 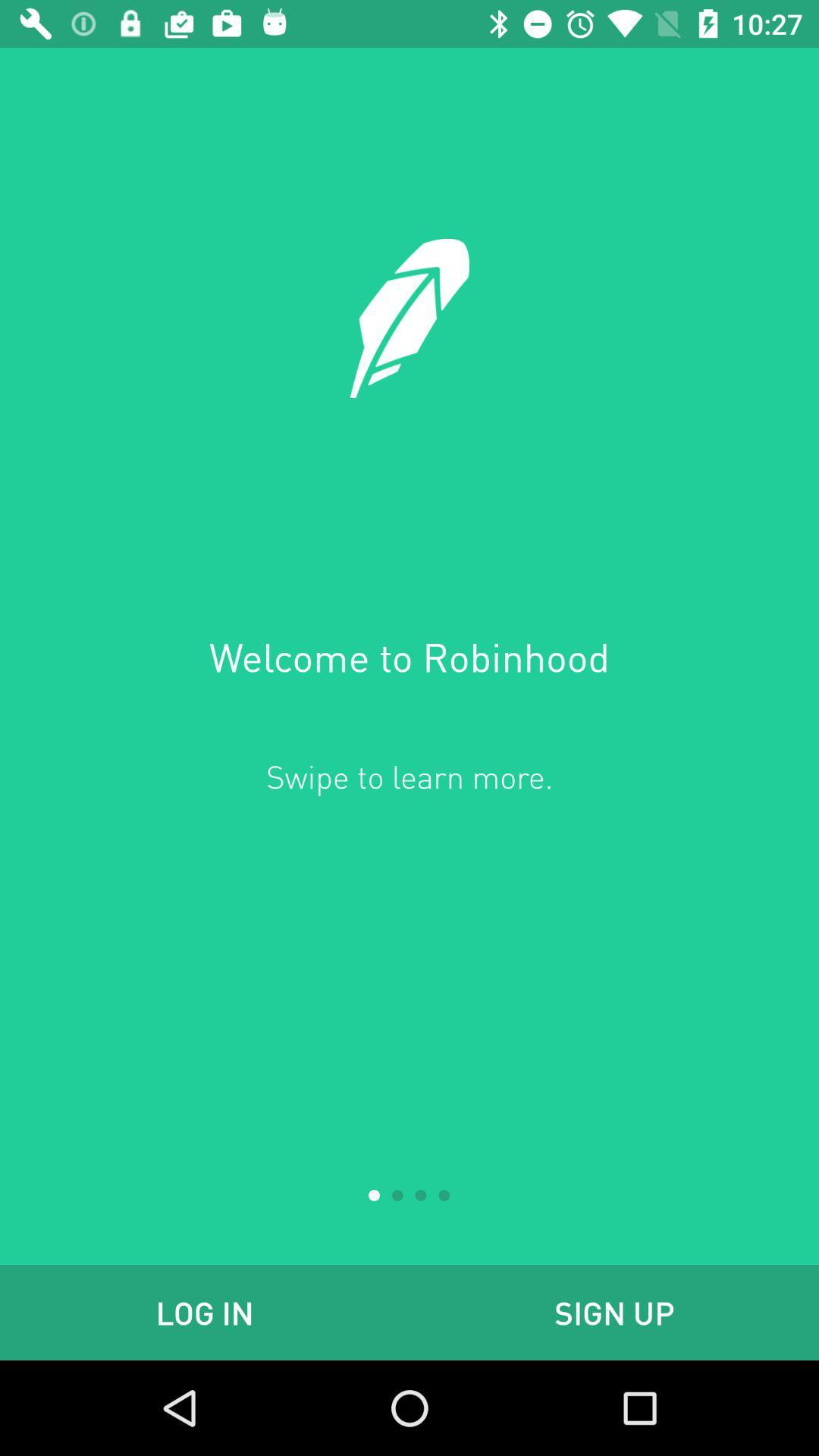 I want to click on icon next to the log in icon, so click(x=614, y=1312).